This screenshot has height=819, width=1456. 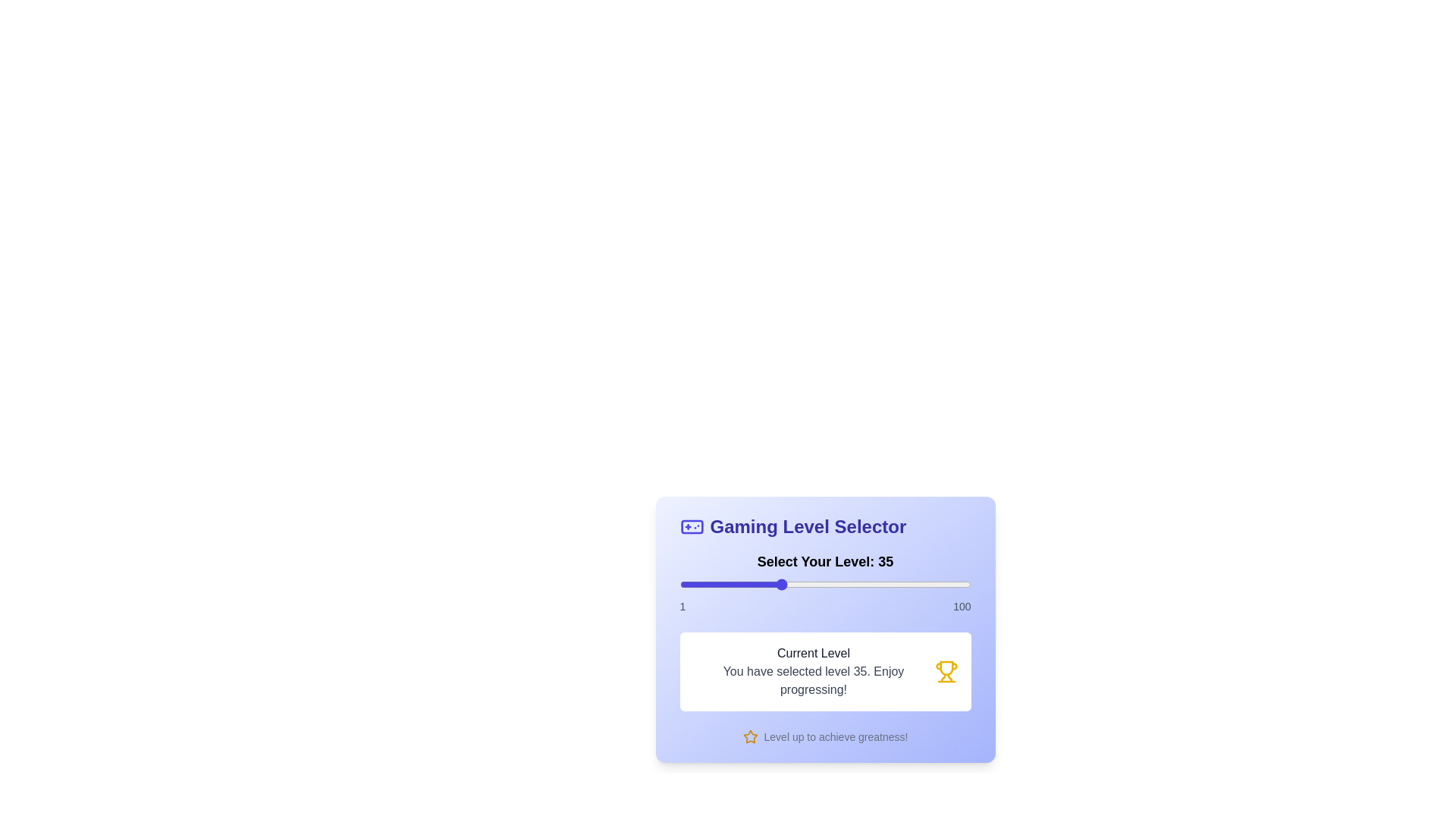 I want to click on the decorative SVG rectangle element on the right side of the game controller icon located at the top-left corner of the 'Gaming Level Selector' card, so click(x=691, y=526).